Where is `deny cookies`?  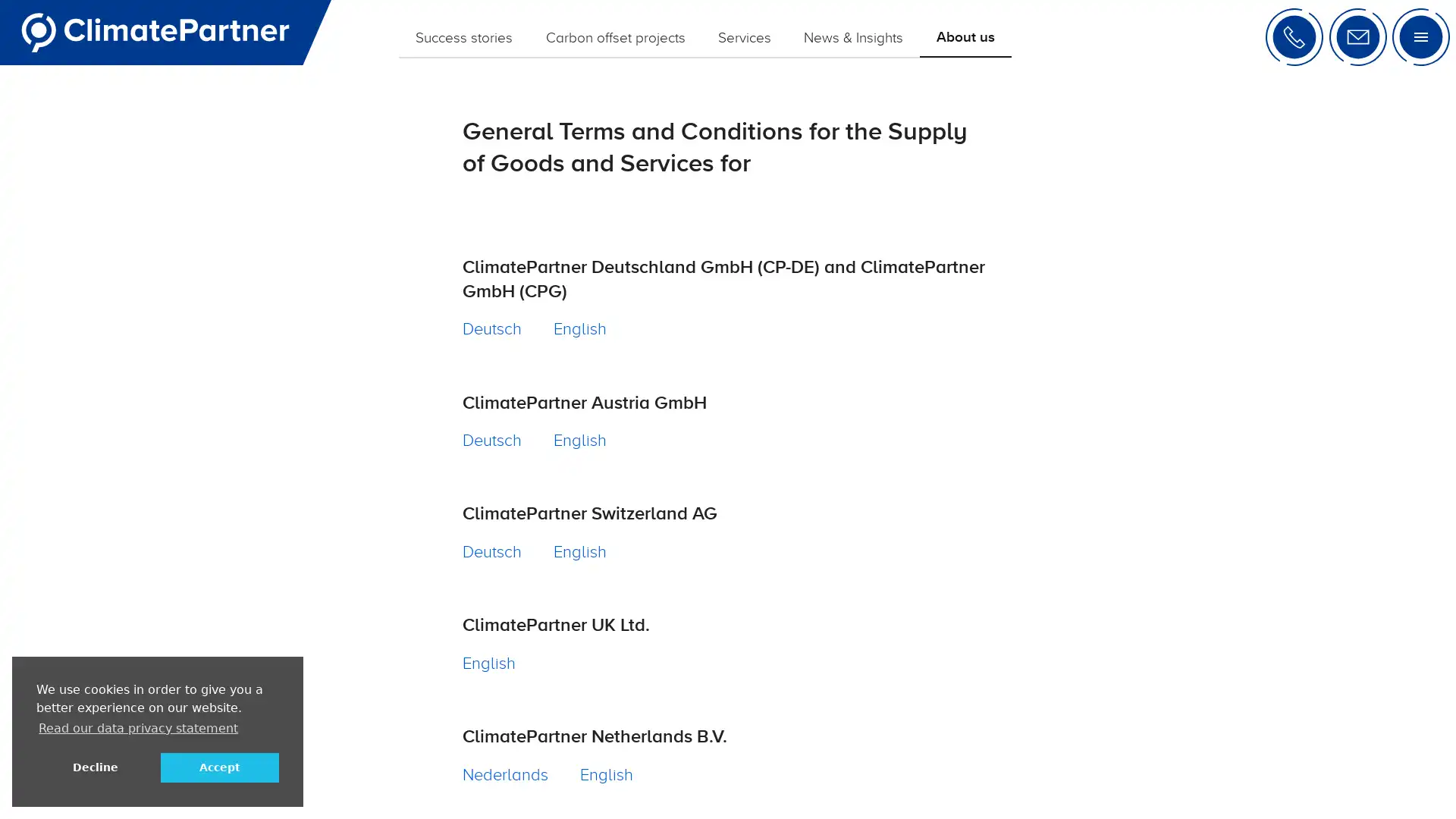
deny cookies is located at coordinates (94, 767).